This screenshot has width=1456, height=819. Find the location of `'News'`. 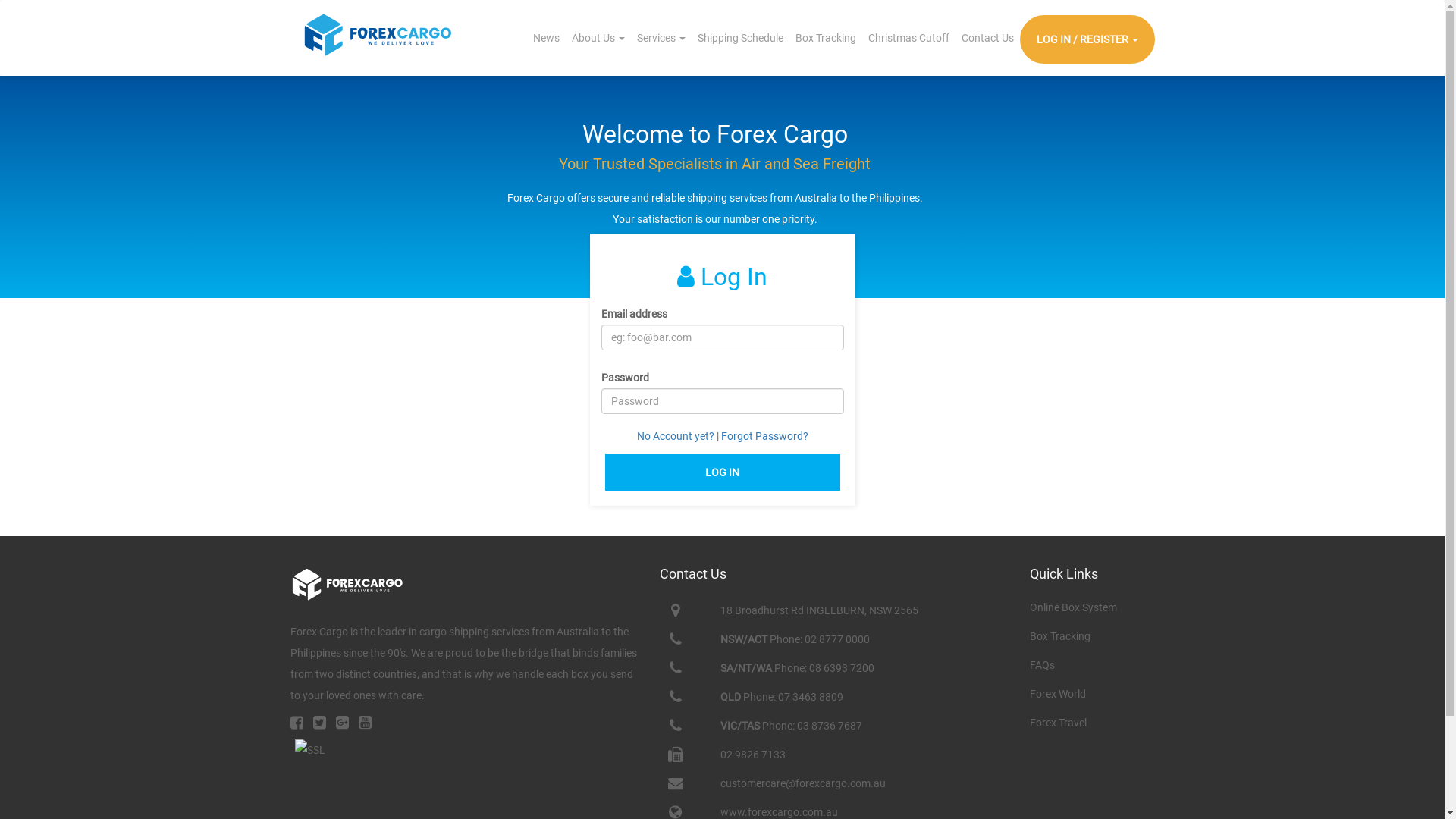

'News' is located at coordinates (545, 37).